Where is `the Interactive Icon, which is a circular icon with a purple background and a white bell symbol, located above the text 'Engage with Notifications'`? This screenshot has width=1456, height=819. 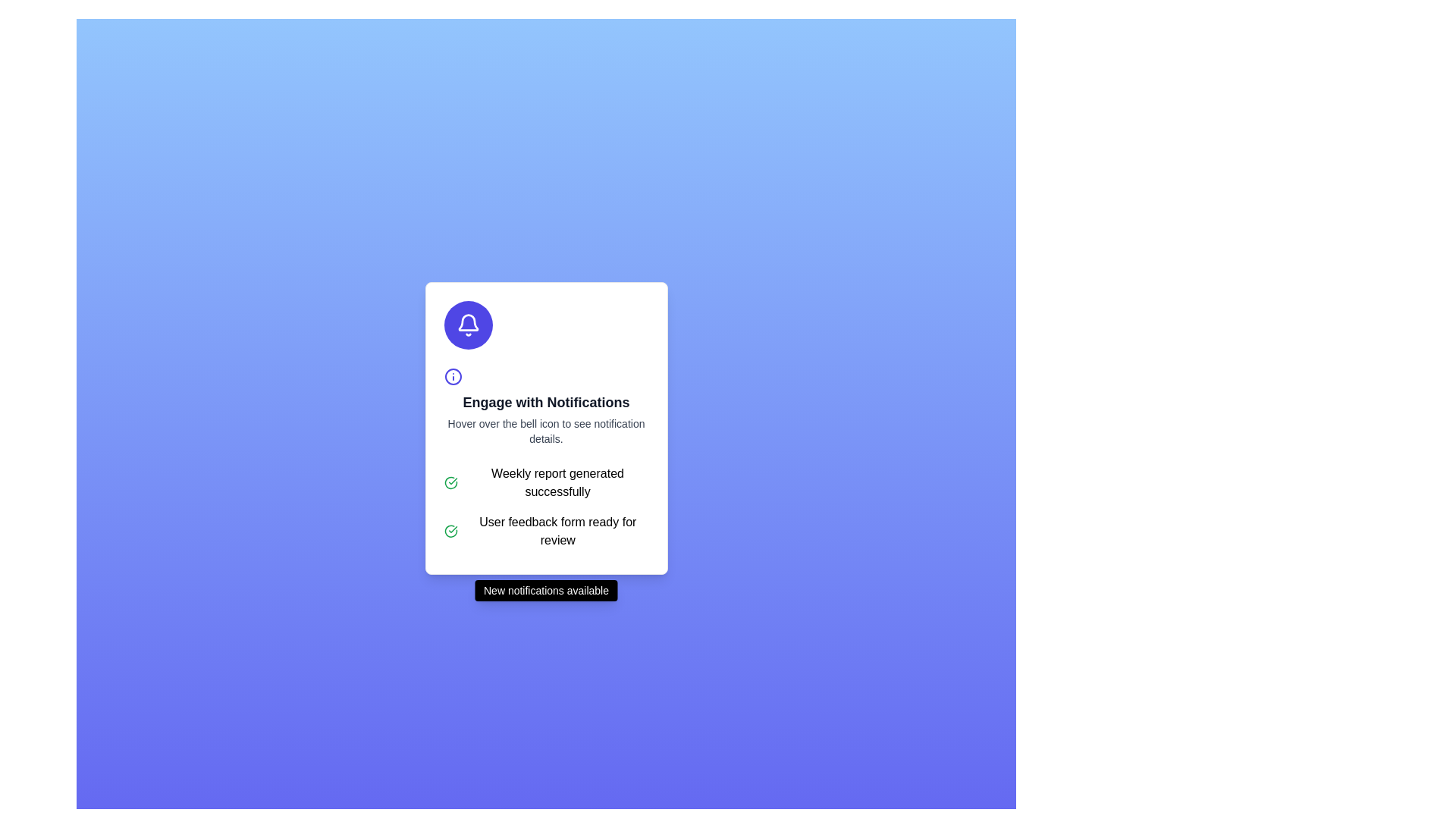 the Interactive Icon, which is a circular icon with a purple background and a white bell symbol, located above the text 'Engage with Notifications' is located at coordinates (467, 324).